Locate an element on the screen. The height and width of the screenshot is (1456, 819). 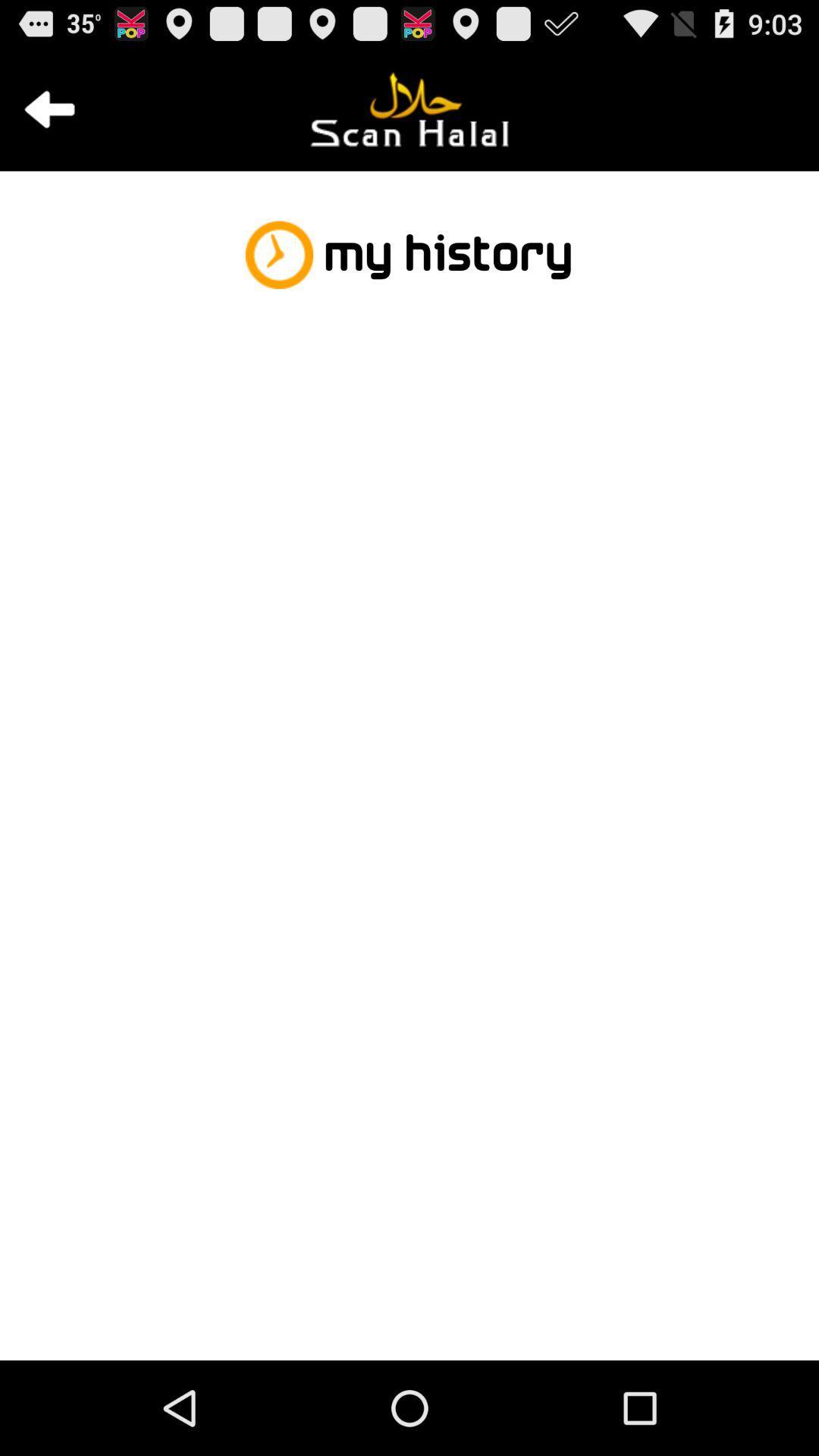
the arrow_backward icon is located at coordinates (49, 116).